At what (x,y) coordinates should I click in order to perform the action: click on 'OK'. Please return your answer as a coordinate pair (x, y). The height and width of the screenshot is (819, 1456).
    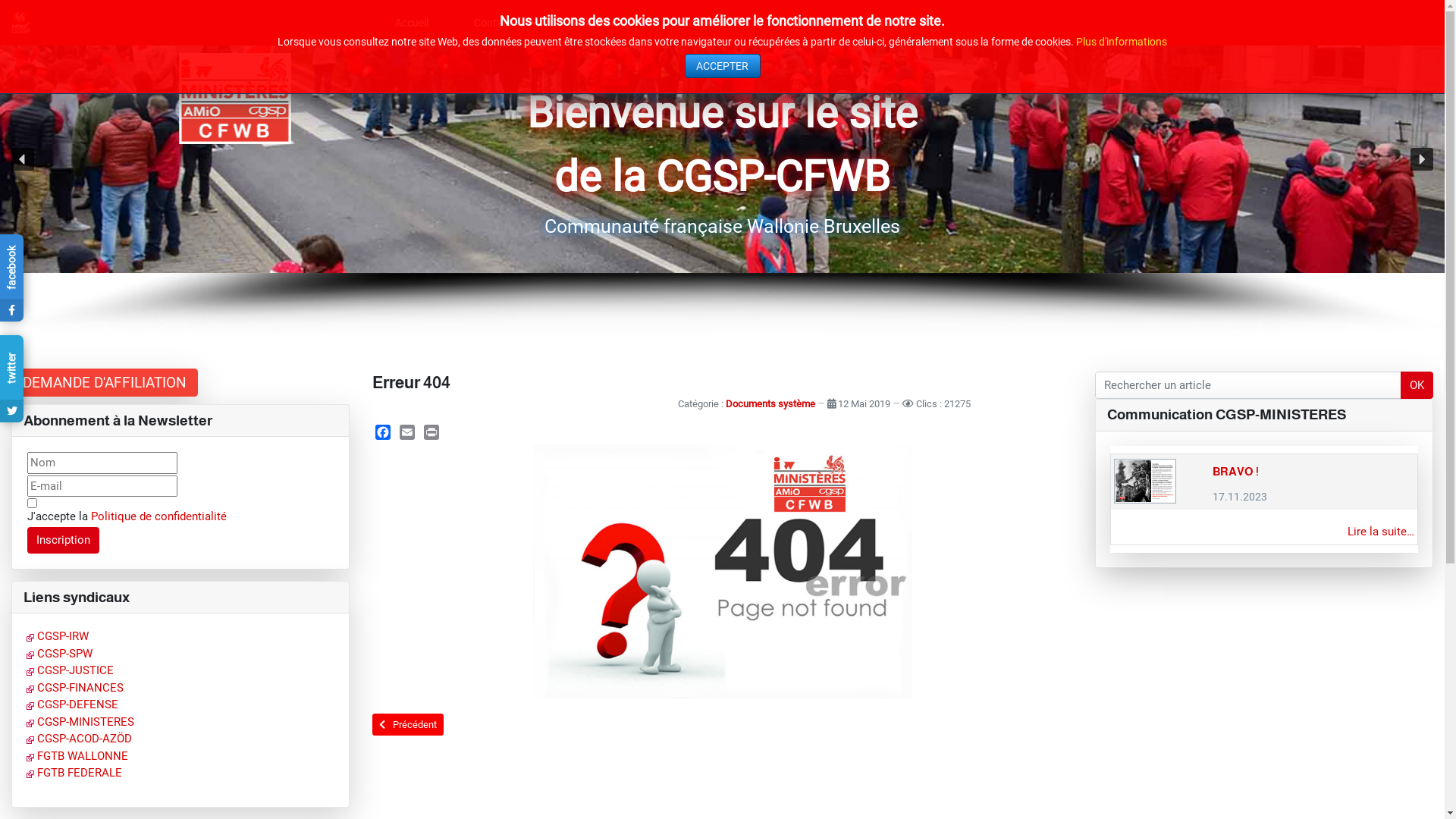
    Looking at the image, I should click on (1415, 384).